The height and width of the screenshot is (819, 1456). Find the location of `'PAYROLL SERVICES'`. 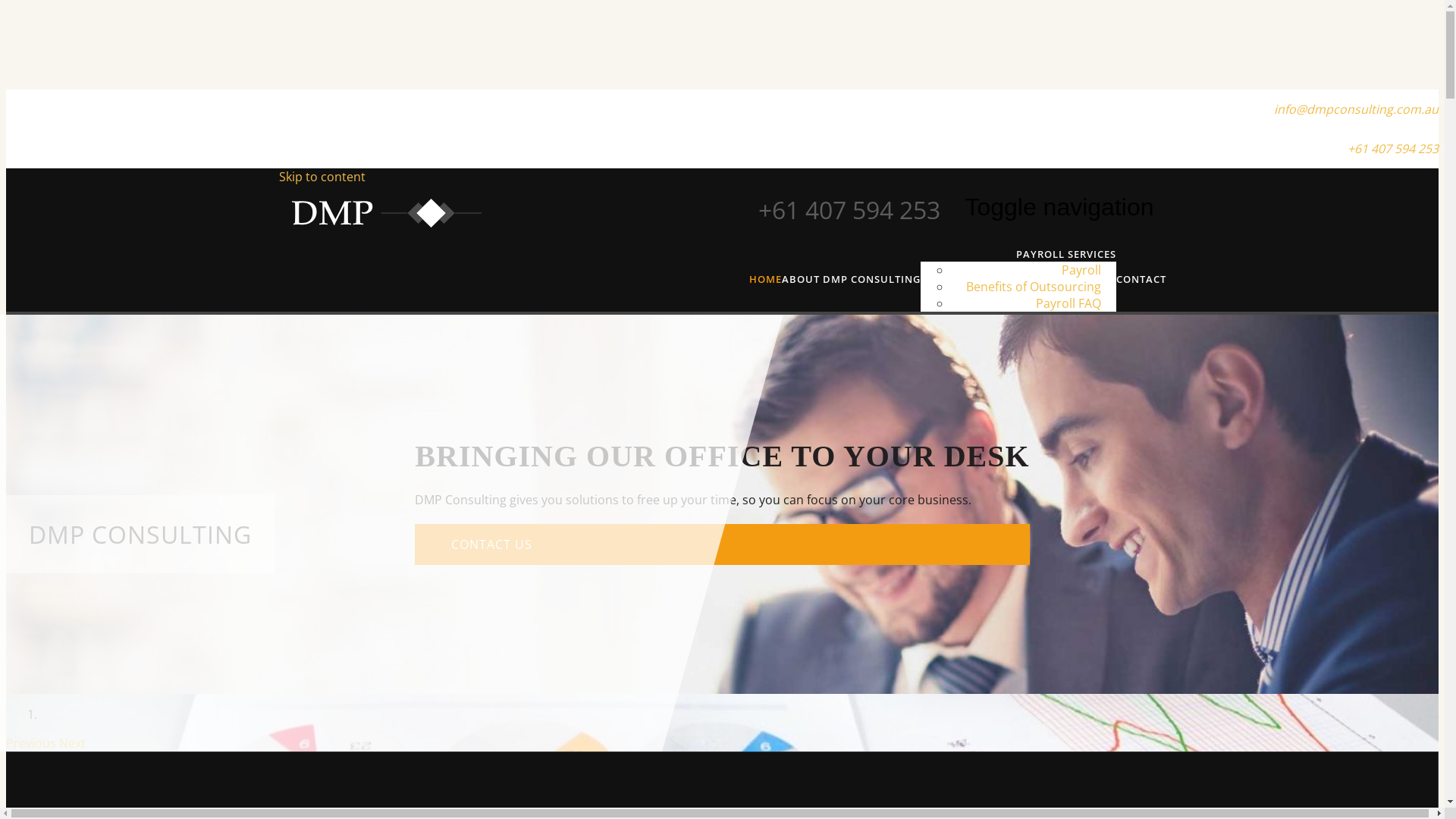

'PAYROLL SERVICES' is located at coordinates (1065, 253).